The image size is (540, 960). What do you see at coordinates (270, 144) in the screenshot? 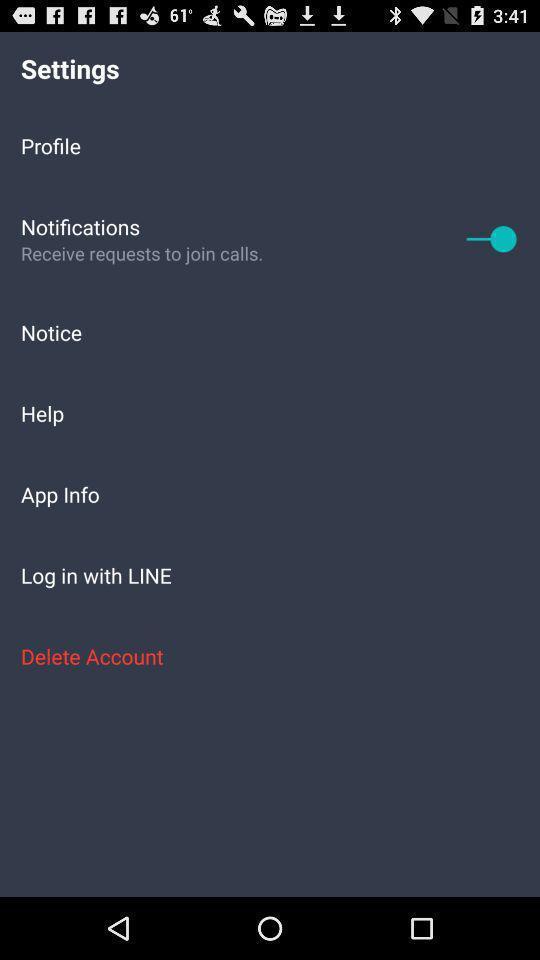
I see `the item above notifications item` at bounding box center [270, 144].